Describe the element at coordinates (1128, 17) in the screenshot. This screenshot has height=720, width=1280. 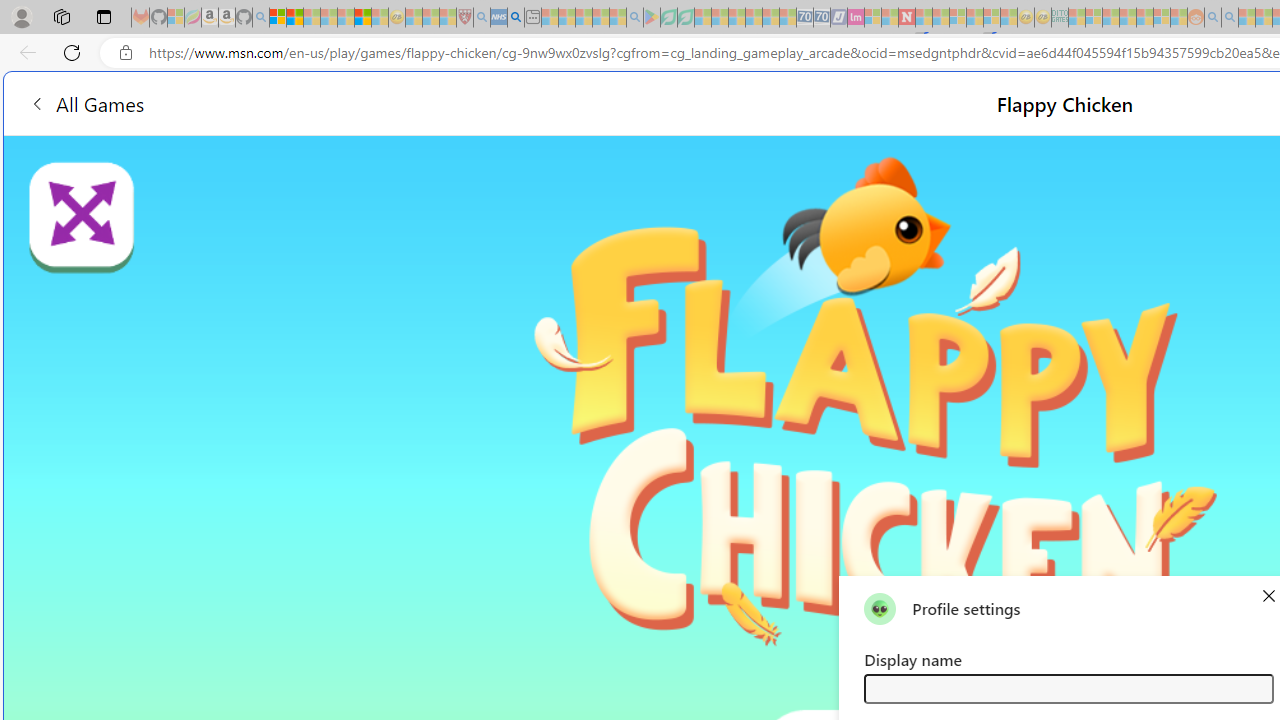
I see `'Expert Portfolios - Sleeping'` at that location.